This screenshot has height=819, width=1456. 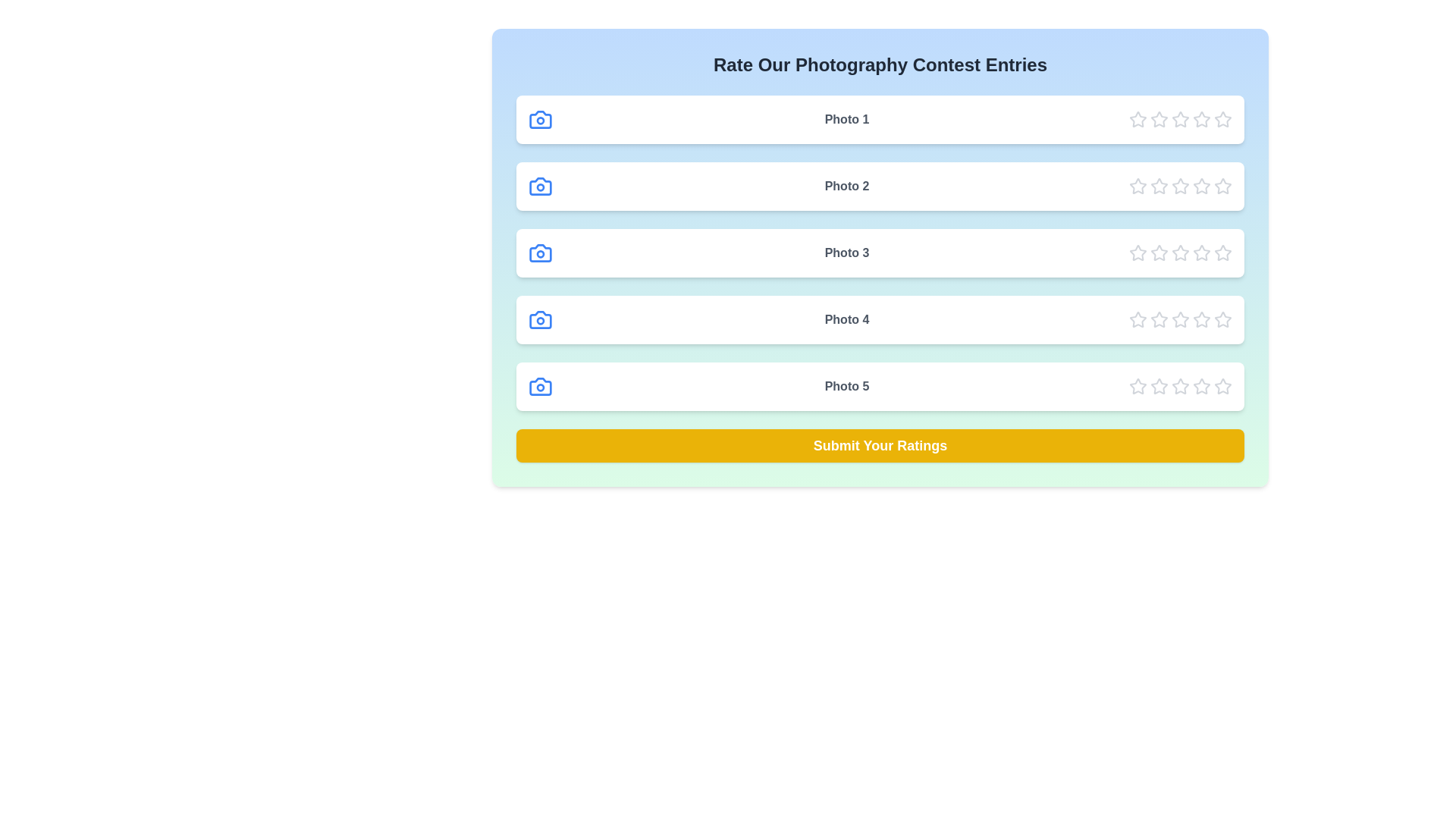 What do you see at coordinates (846, 318) in the screenshot?
I see `the photo title Photo 4 to select or highlight it` at bounding box center [846, 318].